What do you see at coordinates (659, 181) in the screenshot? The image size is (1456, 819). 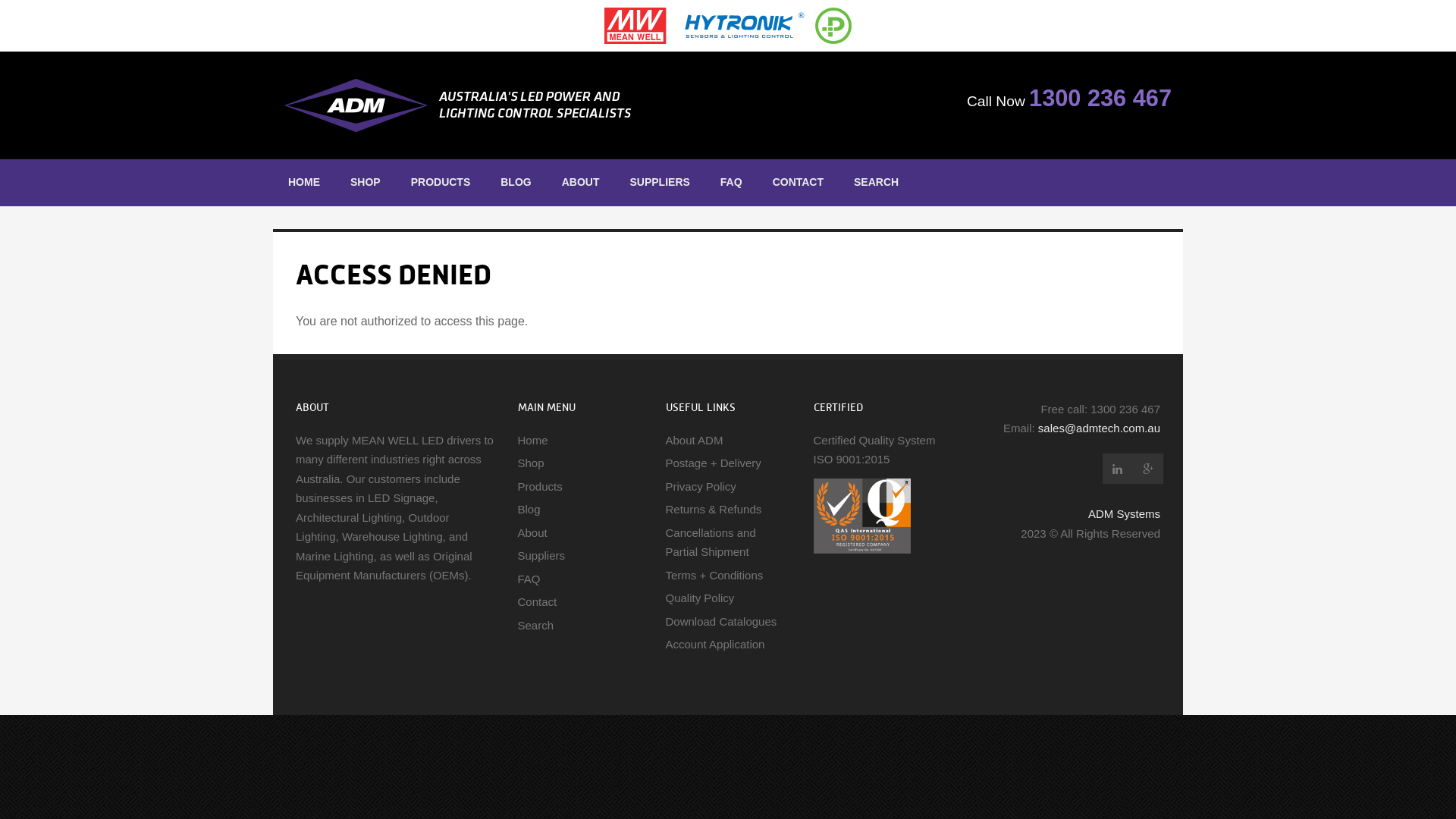 I see `'SUPPLIERS'` at bounding box center [659, 181].